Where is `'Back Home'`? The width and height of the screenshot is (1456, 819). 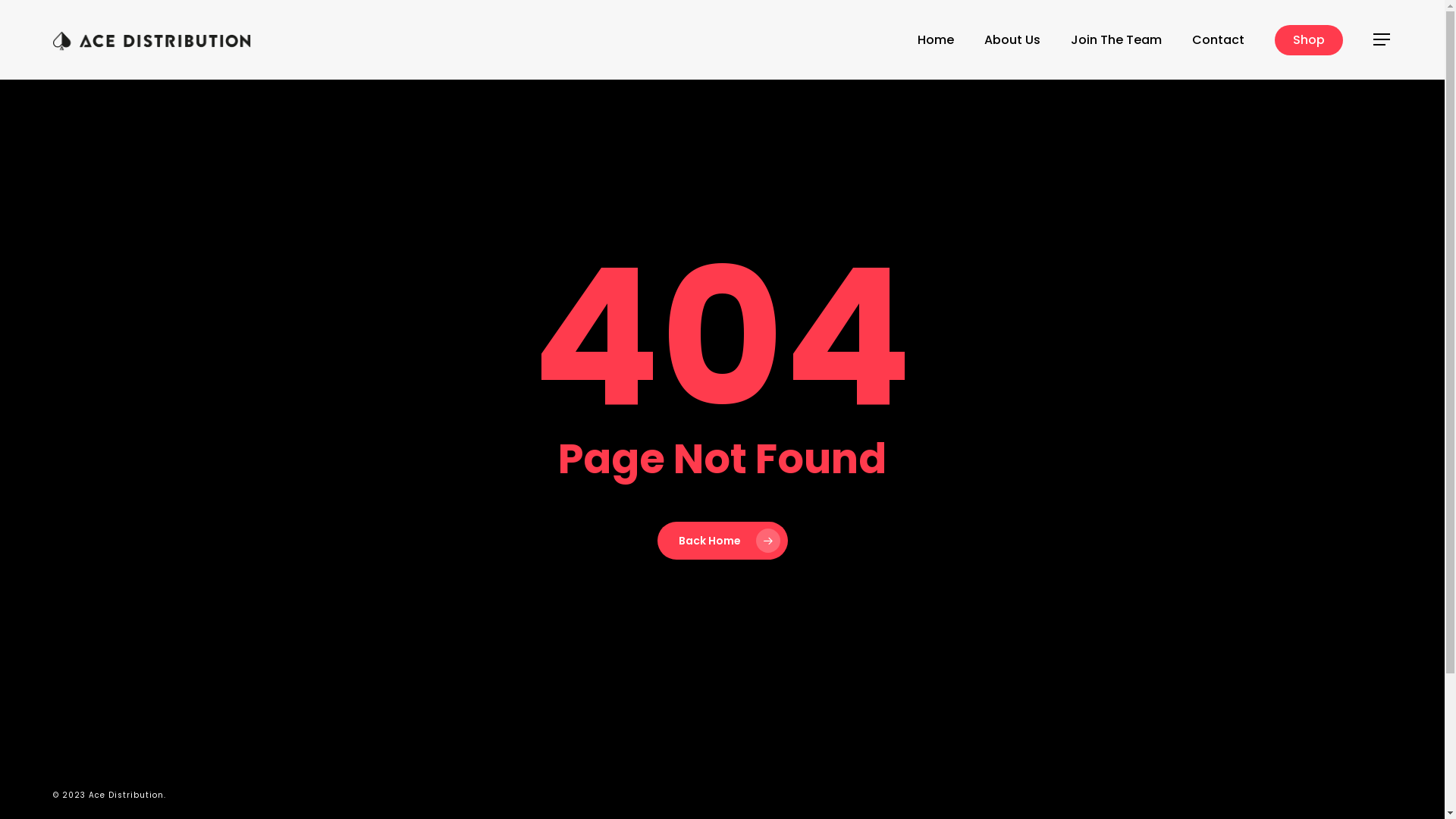 'Back Home' is located at coordinates (720, 540).